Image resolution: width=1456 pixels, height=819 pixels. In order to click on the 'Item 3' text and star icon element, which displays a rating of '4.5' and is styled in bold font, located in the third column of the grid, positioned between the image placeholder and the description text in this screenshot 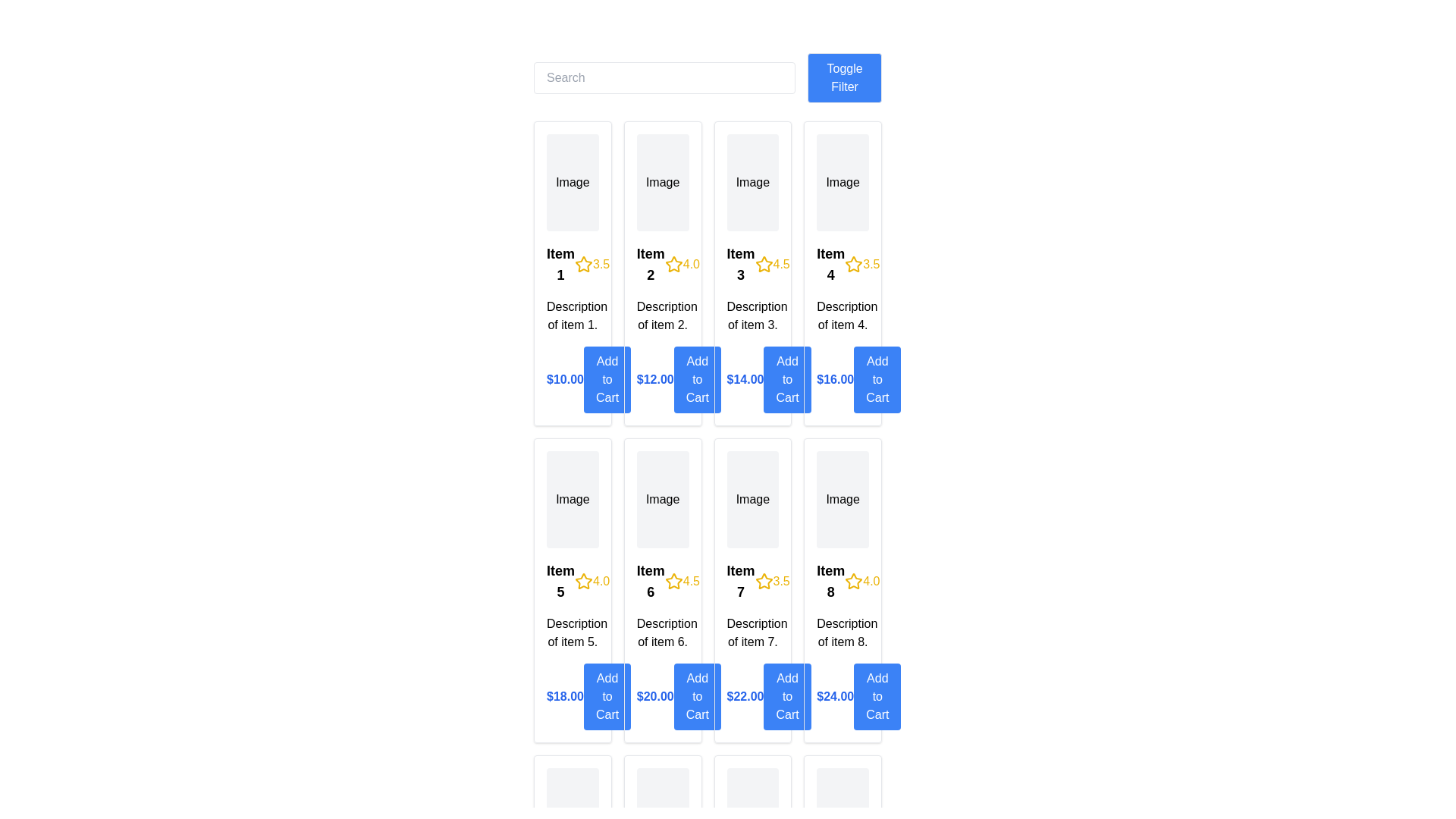, I will do `click(752, 263)`.